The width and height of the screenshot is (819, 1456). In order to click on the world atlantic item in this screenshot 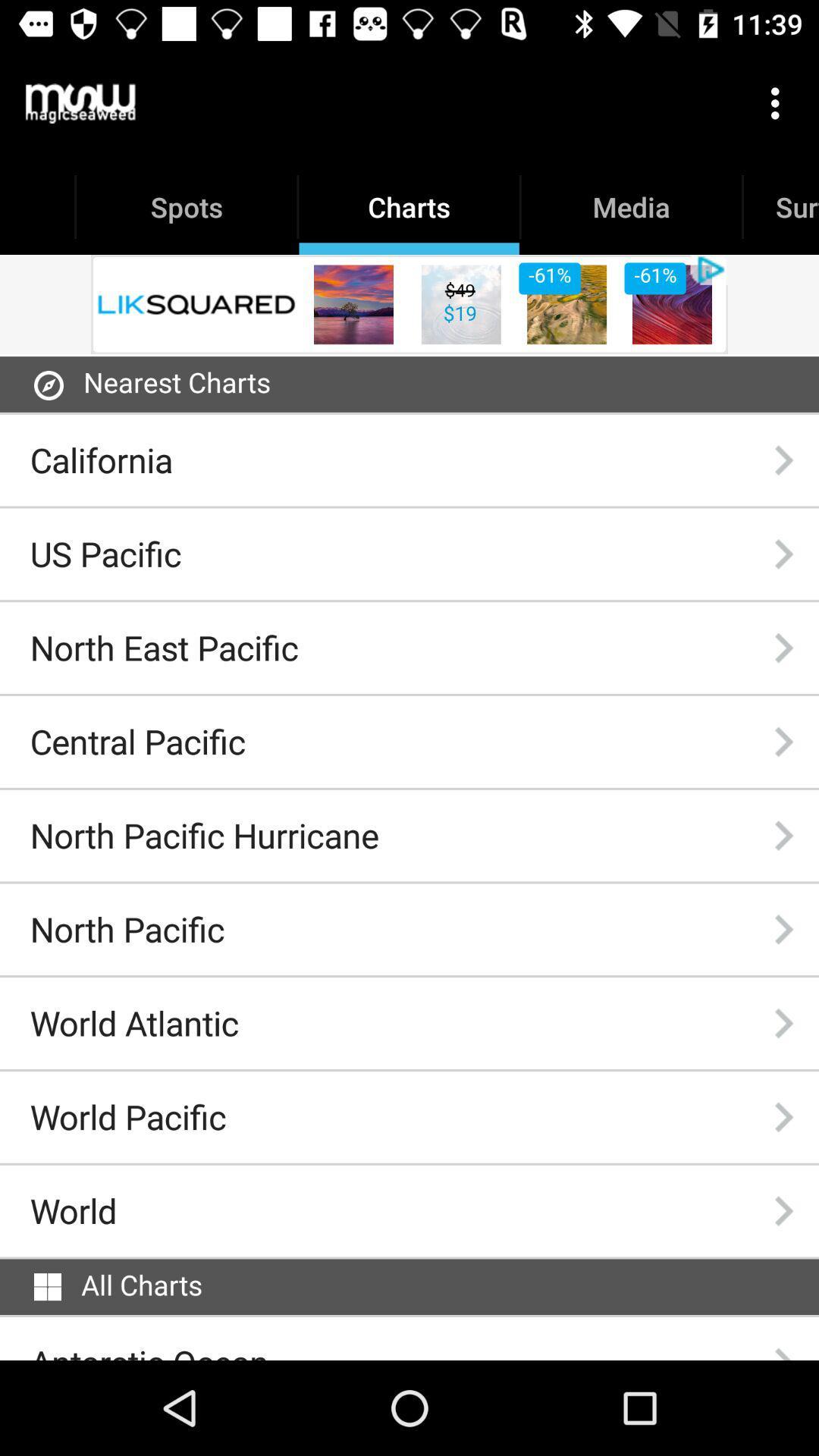, I will do `click(133, 1023)`.